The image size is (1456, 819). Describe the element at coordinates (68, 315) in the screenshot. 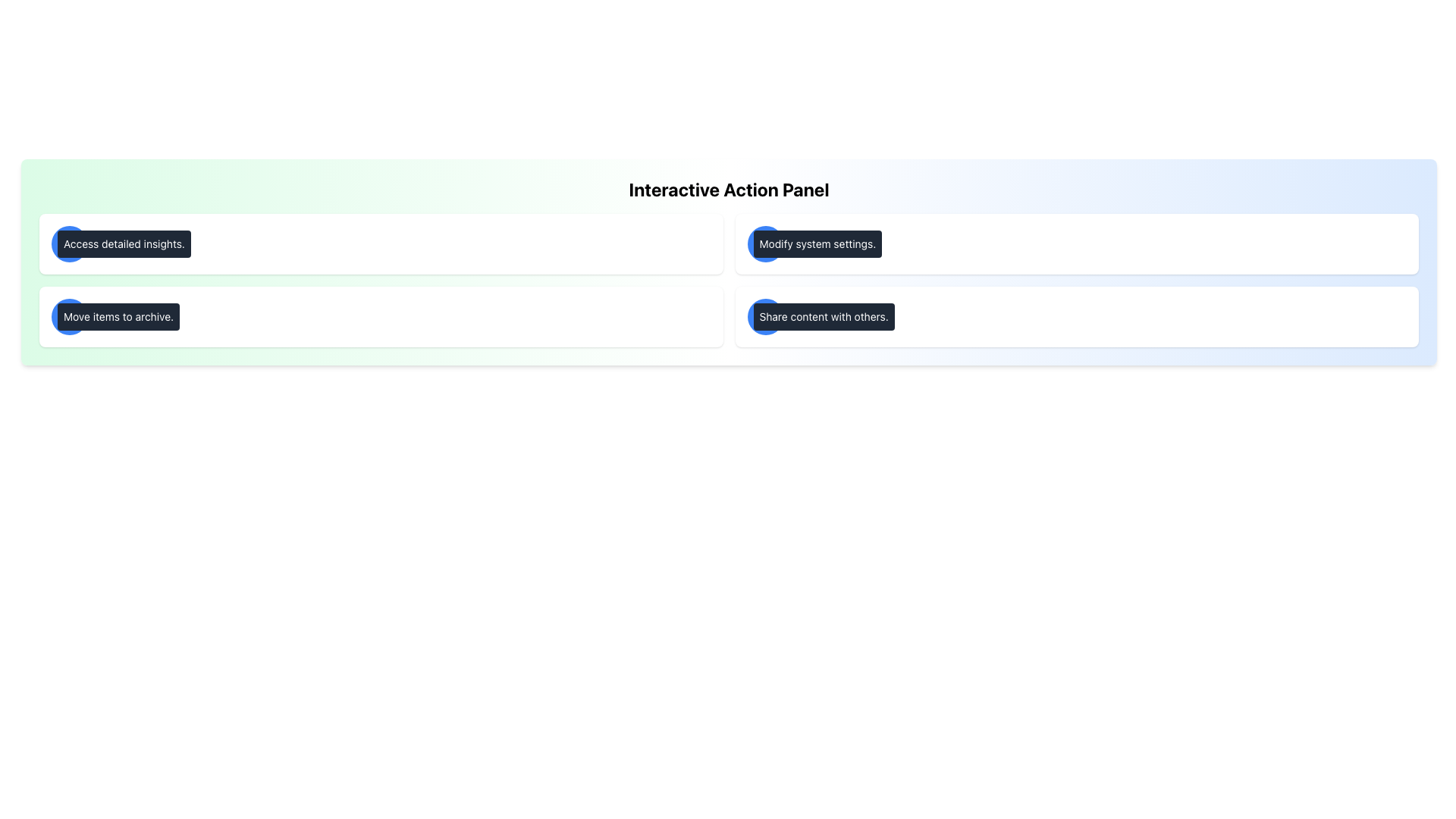

I see `the Icon button located in the first item of a vertically stacked list, positioned at the leftmost area above the text label 'Move items to archive.'` at that location.